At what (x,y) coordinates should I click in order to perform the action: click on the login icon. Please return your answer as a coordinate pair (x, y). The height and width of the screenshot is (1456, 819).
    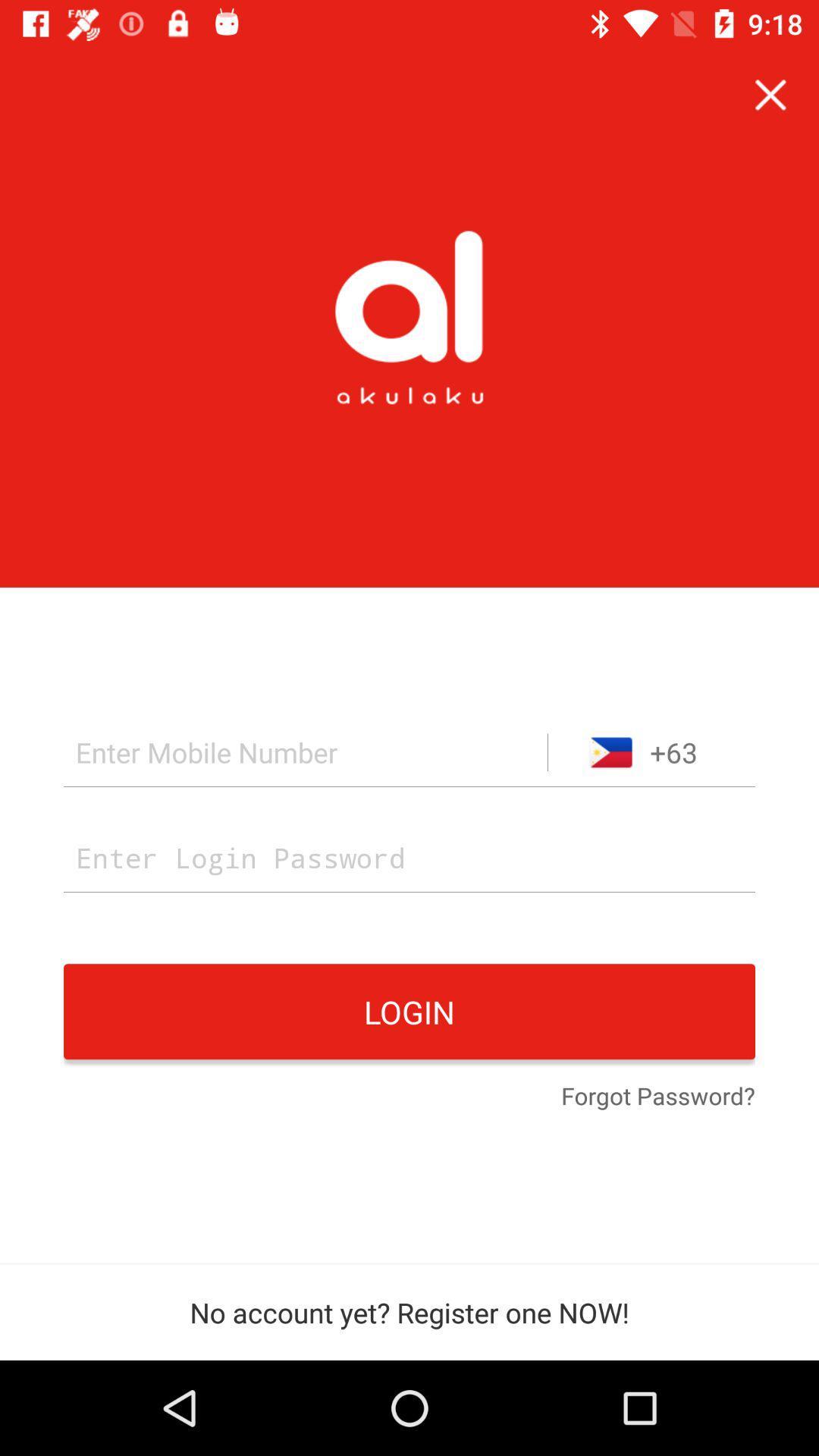
    Looking at the image, I should click on (409, 1012).